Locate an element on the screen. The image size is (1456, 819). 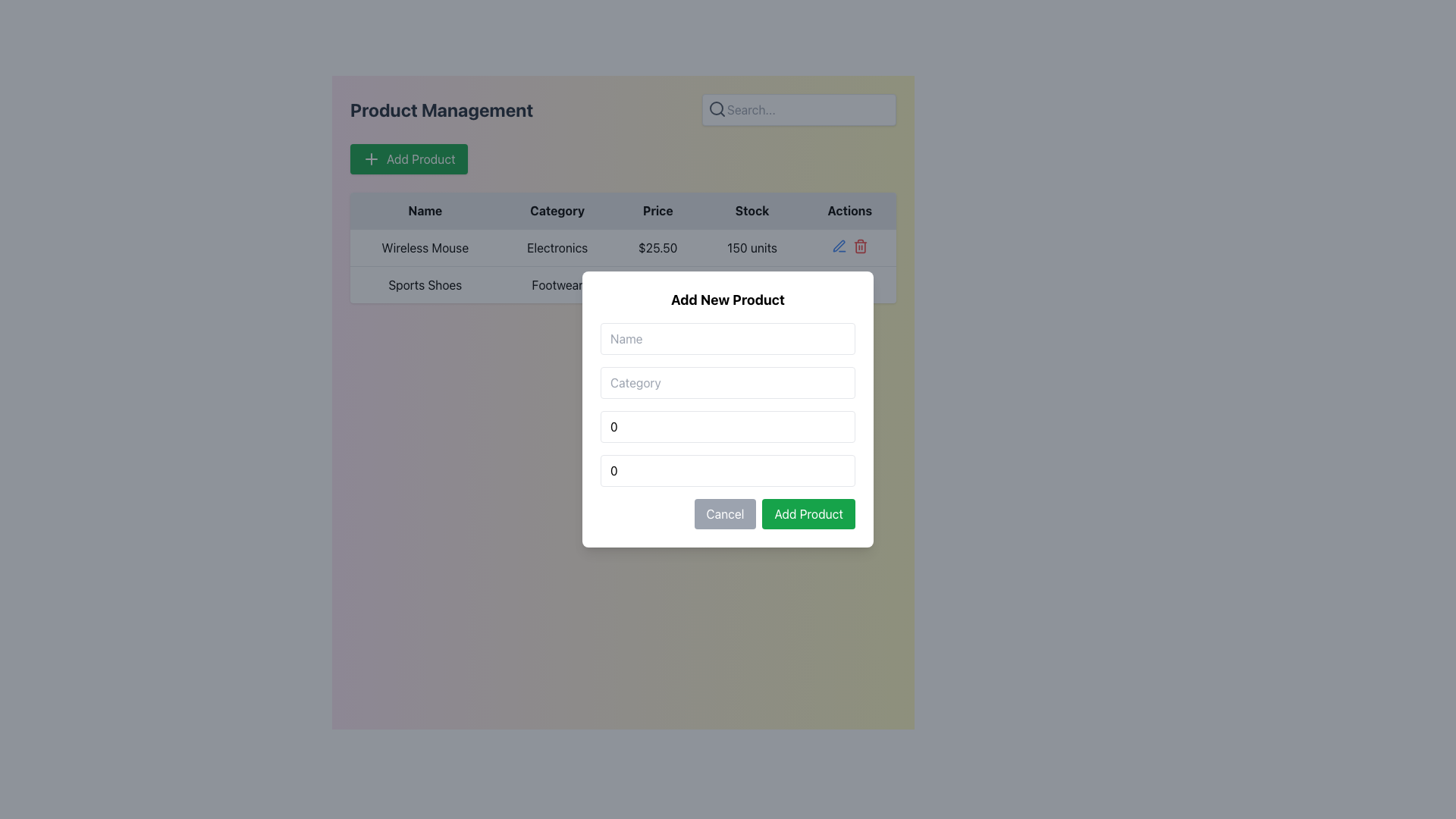
the first row in the 'Product Management' table is located at coordinates (623, 247).